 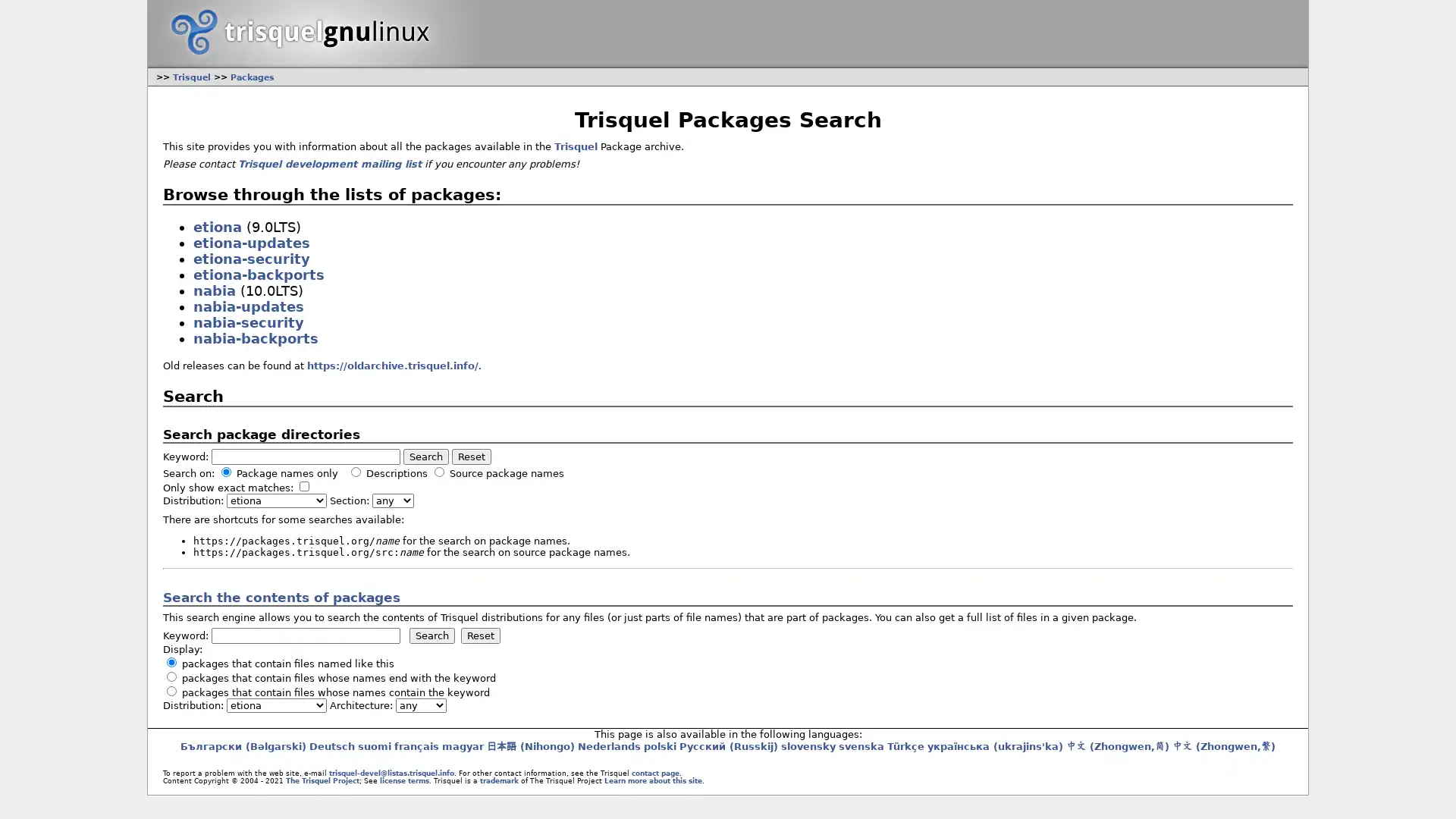 I want to click on Search, so click(x=425, y=456).